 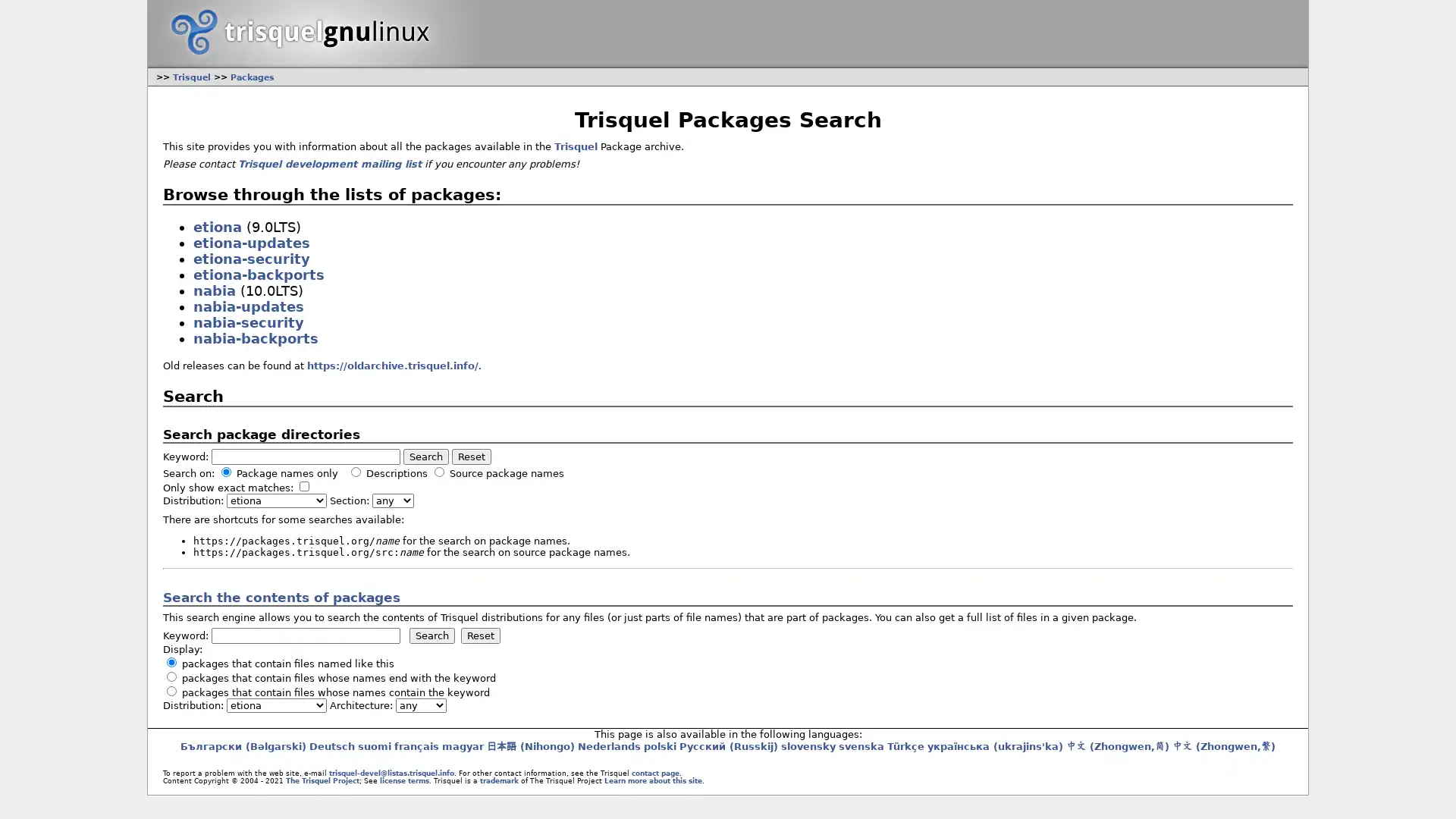 I want to click on Search, so click(x=425, y=456).